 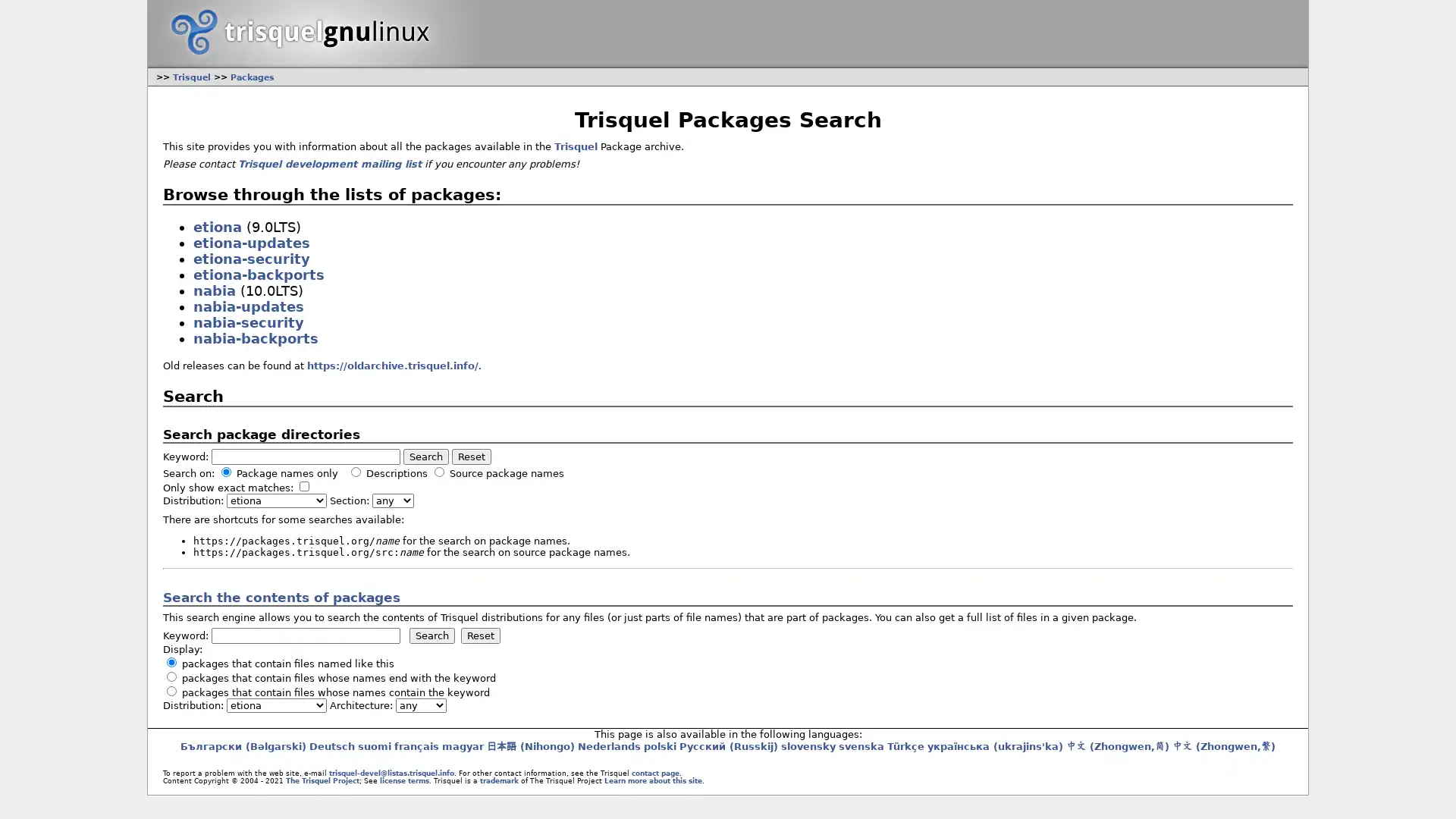 I want to click on Search, so click(x=425, y=456).